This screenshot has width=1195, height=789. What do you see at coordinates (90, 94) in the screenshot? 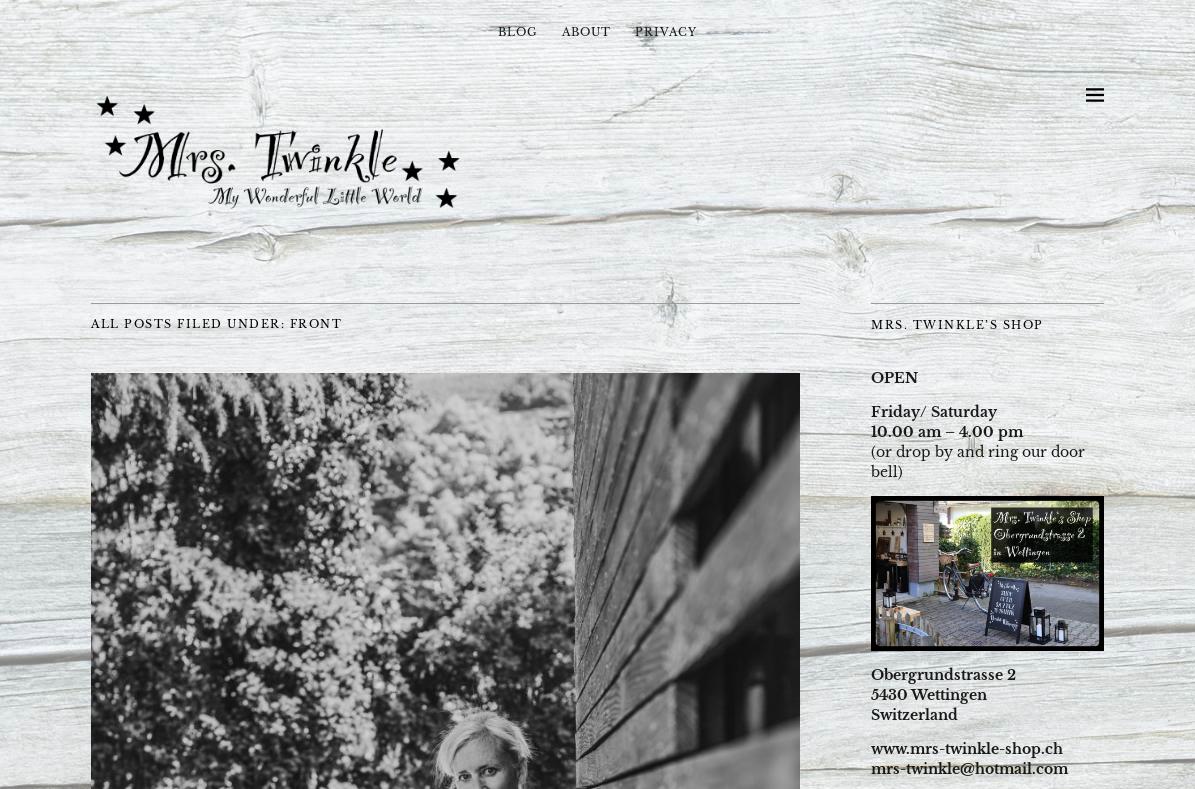
I see `'Mrs. Twinkle'` at bounding box center [90, 94].